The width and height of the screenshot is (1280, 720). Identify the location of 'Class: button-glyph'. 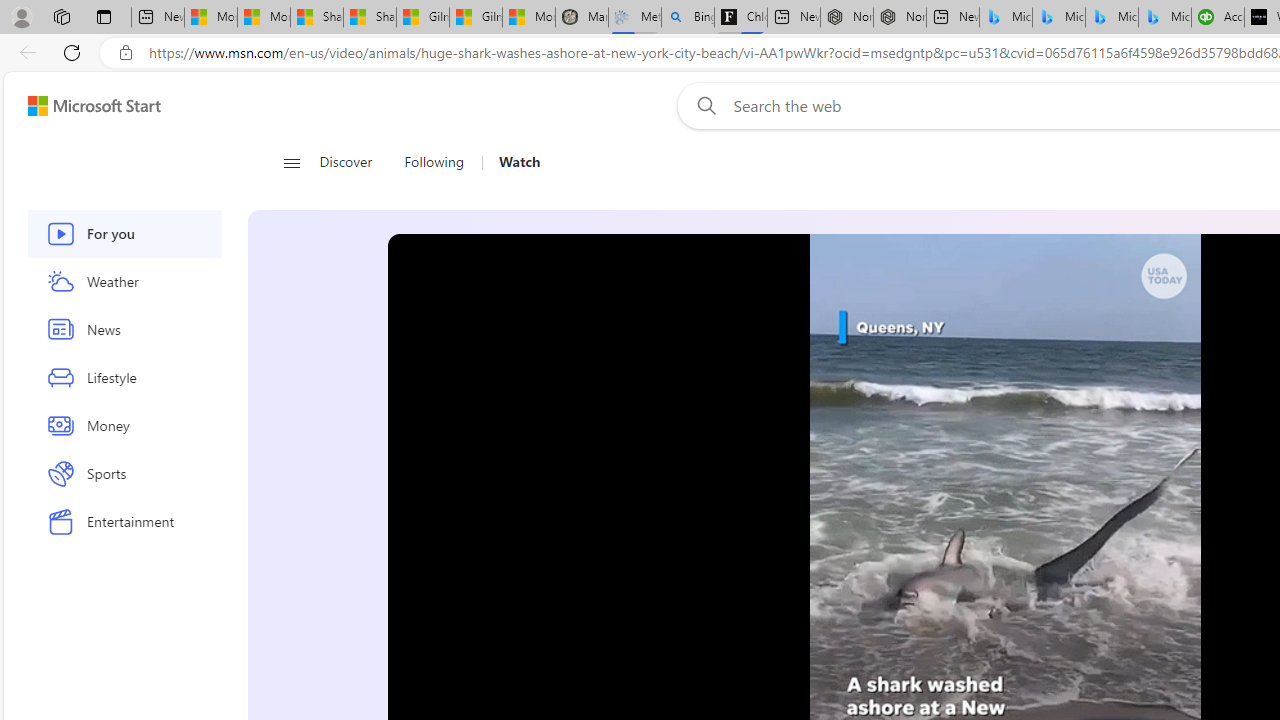
(290, 162).